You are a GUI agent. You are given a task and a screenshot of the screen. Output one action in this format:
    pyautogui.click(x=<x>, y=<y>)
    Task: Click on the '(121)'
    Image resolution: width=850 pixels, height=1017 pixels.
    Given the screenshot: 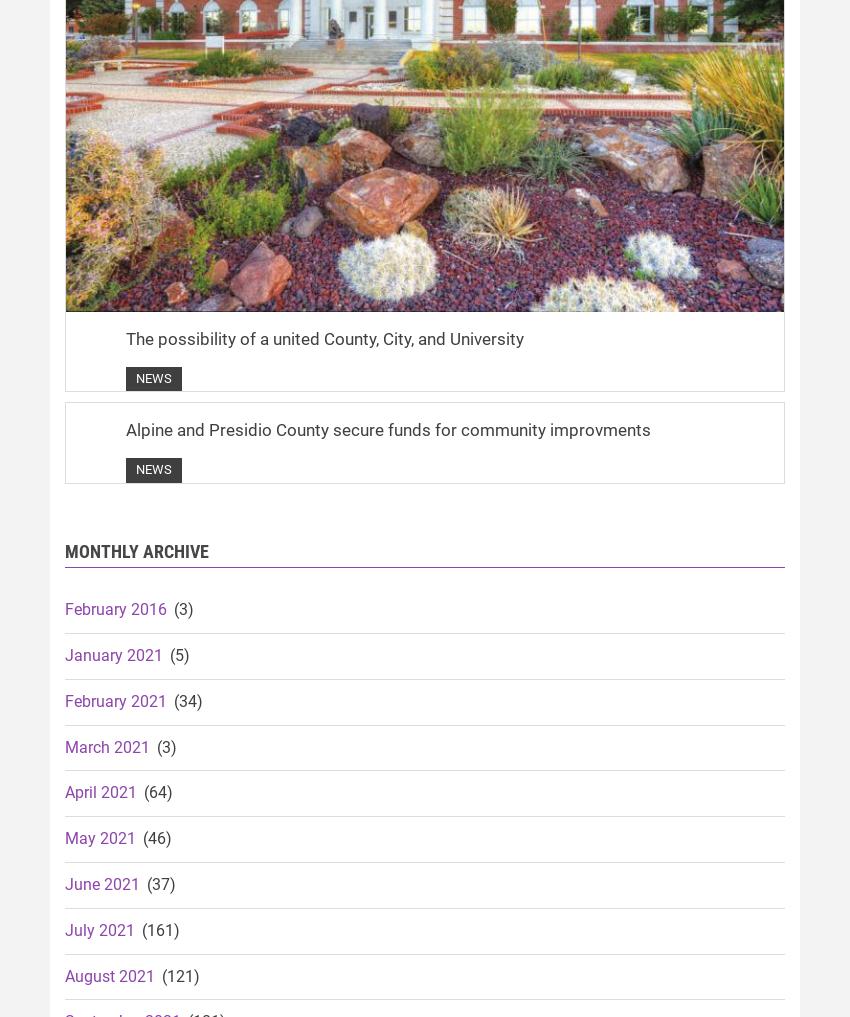 What is the action you would take?
    pyautogui.click(x=178, y=975)
    